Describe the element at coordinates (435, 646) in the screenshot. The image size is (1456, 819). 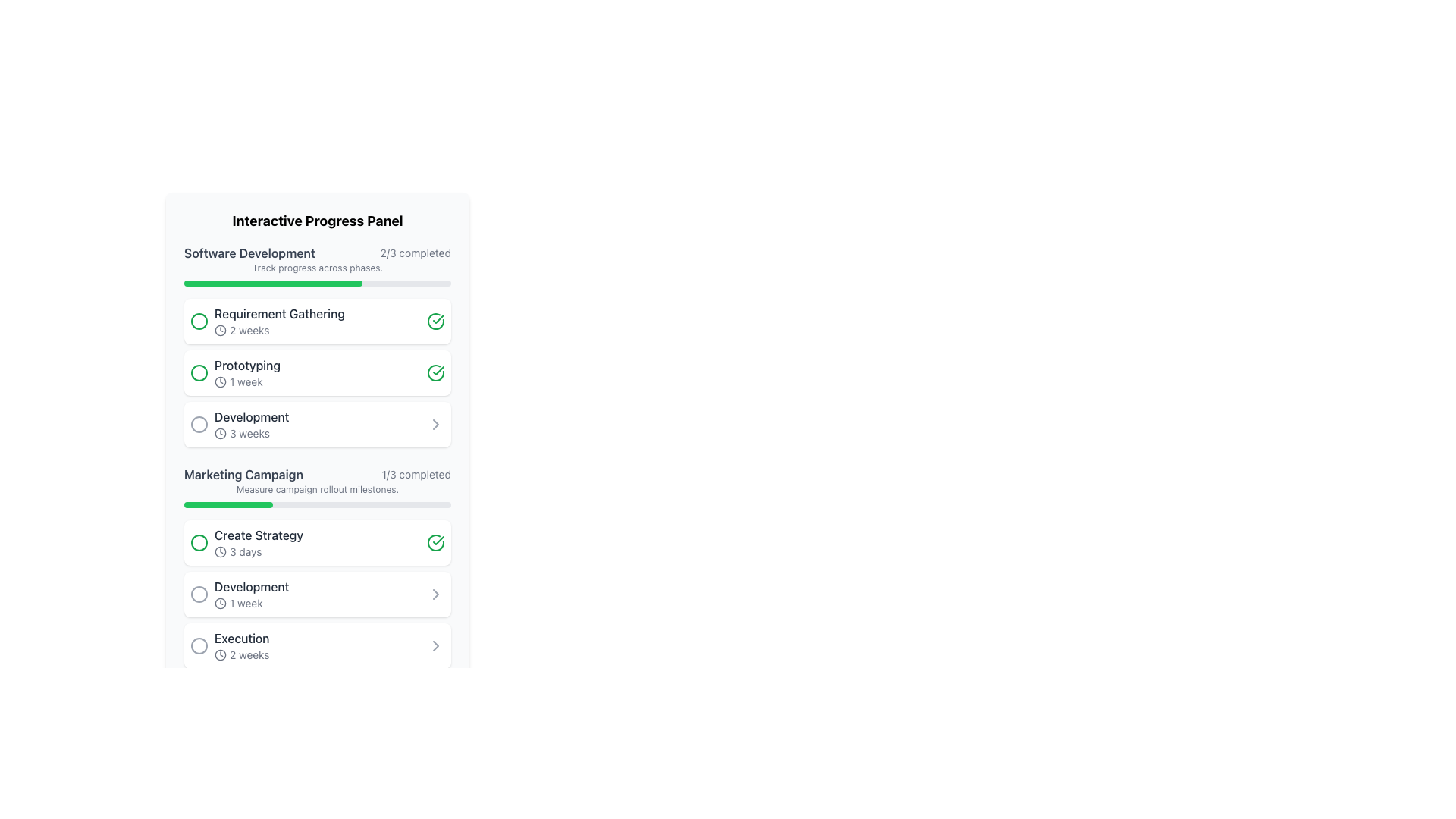
I see `the arrow icon or chevron at the far right side of the 'Execution 2 weeks' entry` at that location.